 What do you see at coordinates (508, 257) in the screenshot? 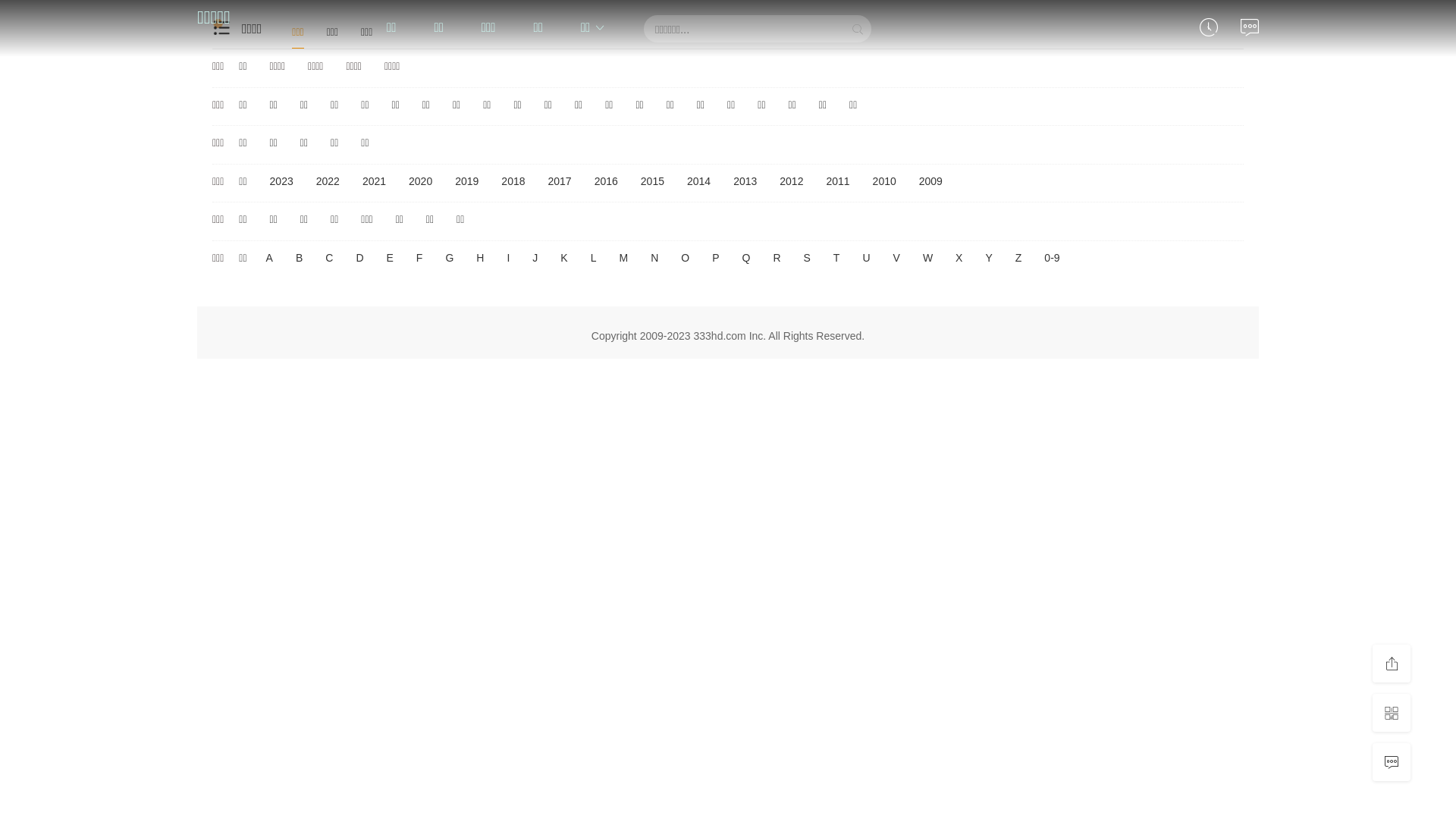
I see `'I'` at bounding box center [508, 257].